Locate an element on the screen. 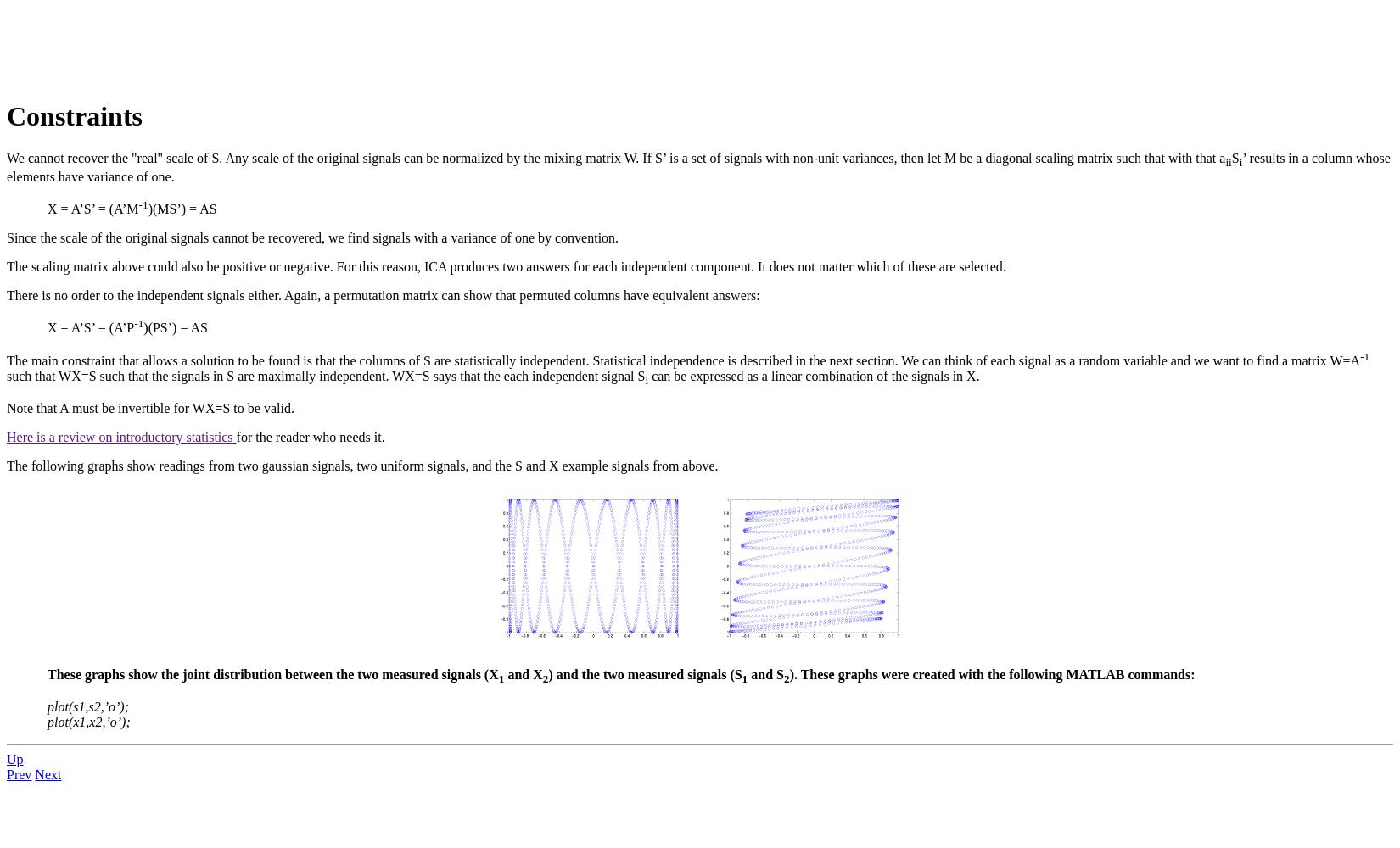 The image size is (1400, 848). 'for the reader who needs it.' is located at coordinates (310, 437).